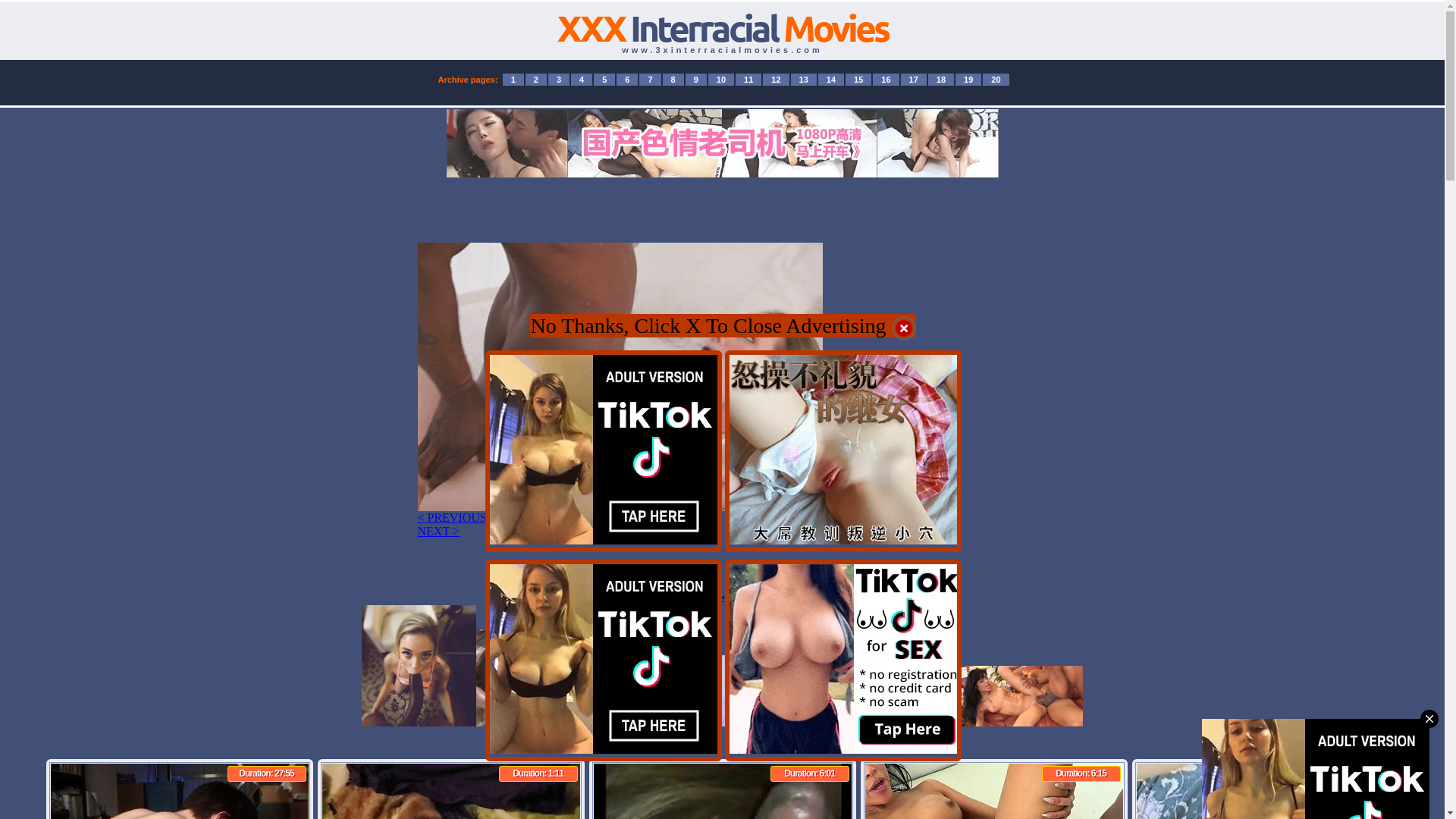 The height and width of the screenshot is (819, 1456). I want to click on '14', so click(830, 79).